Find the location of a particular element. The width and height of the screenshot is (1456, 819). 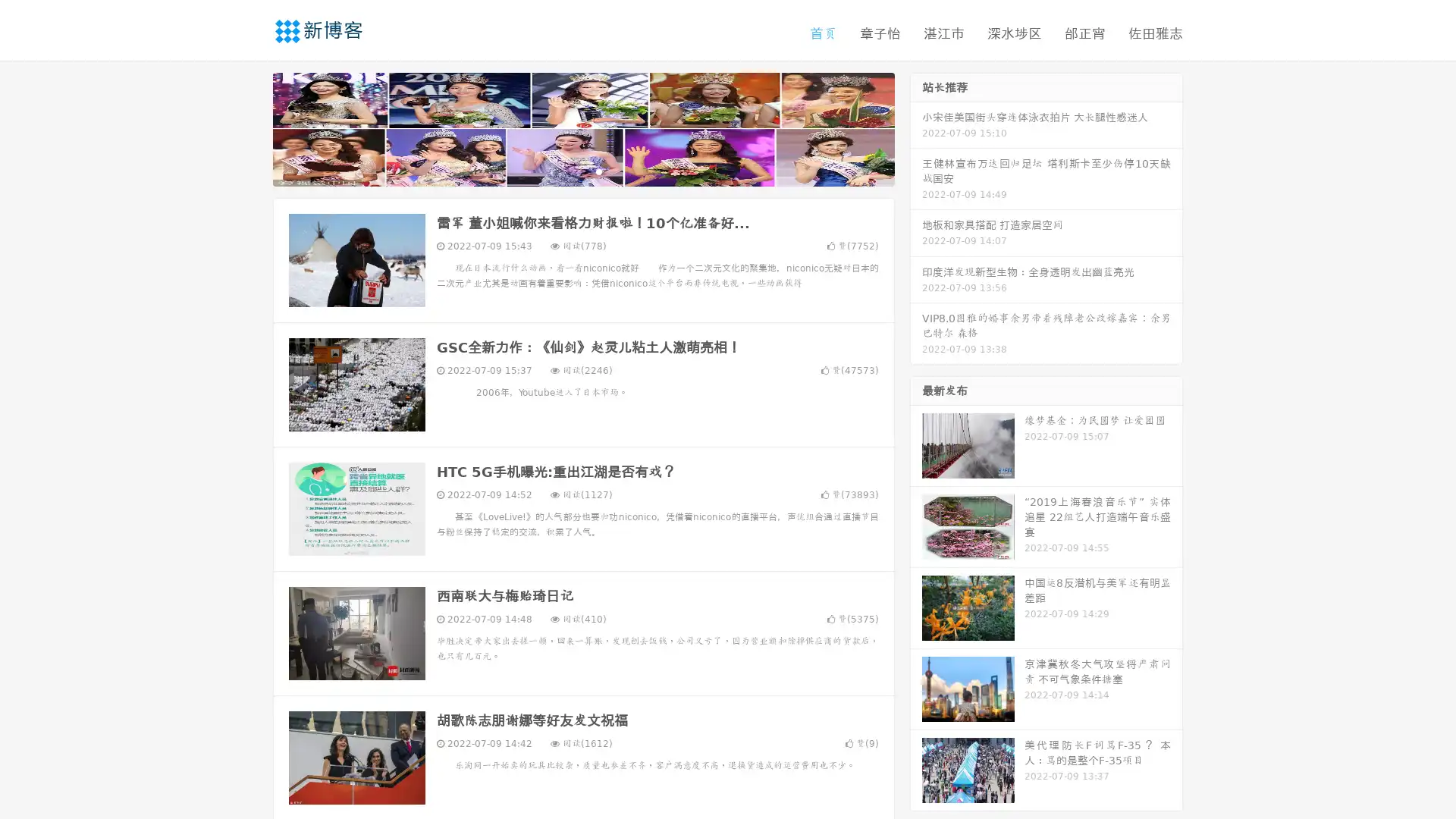

Go to slide 1 is located at coordinates (567, 171).